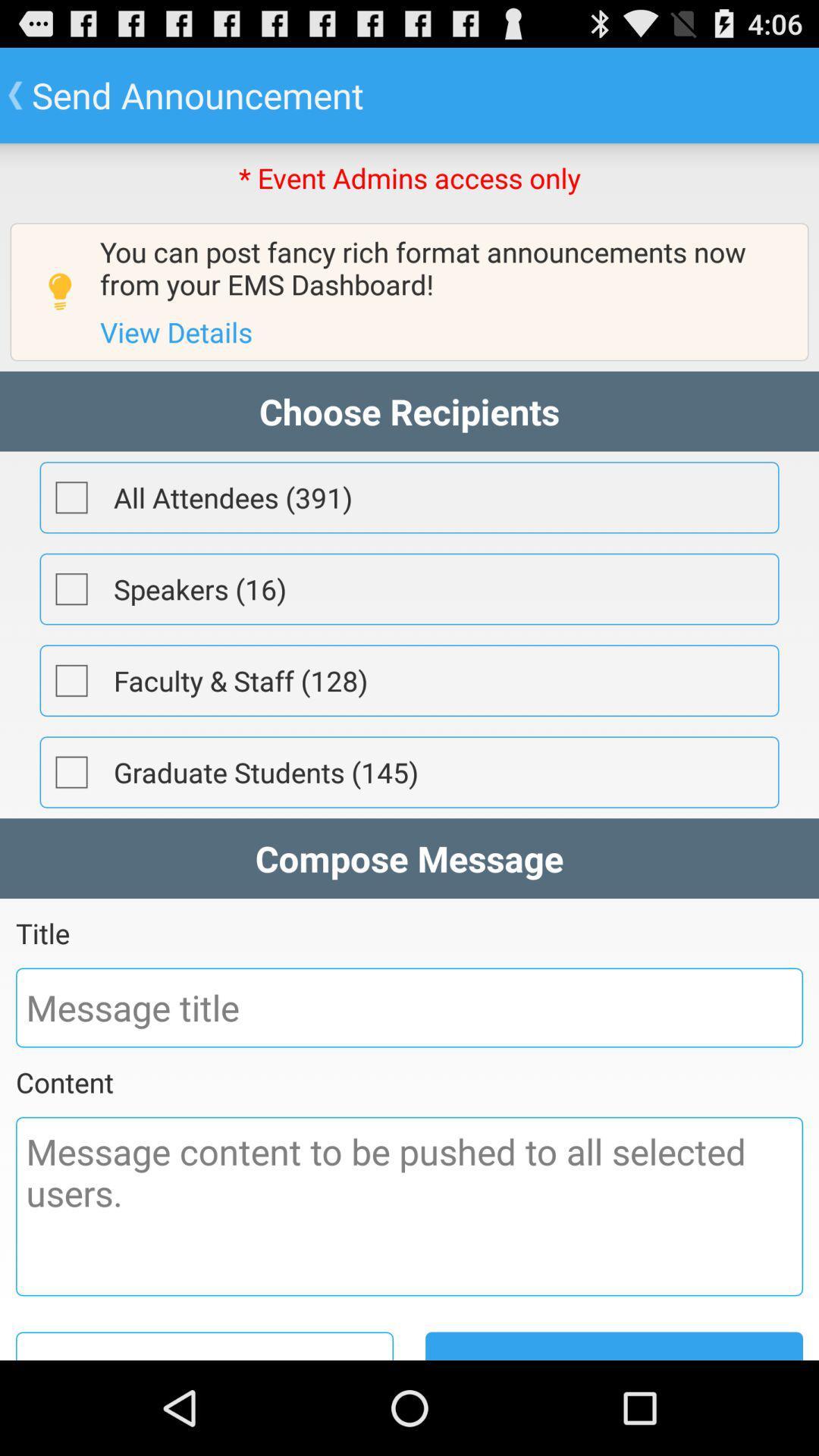  Describe the element at coordinates (71, 772) in the screenshot. I see `item` at that location.